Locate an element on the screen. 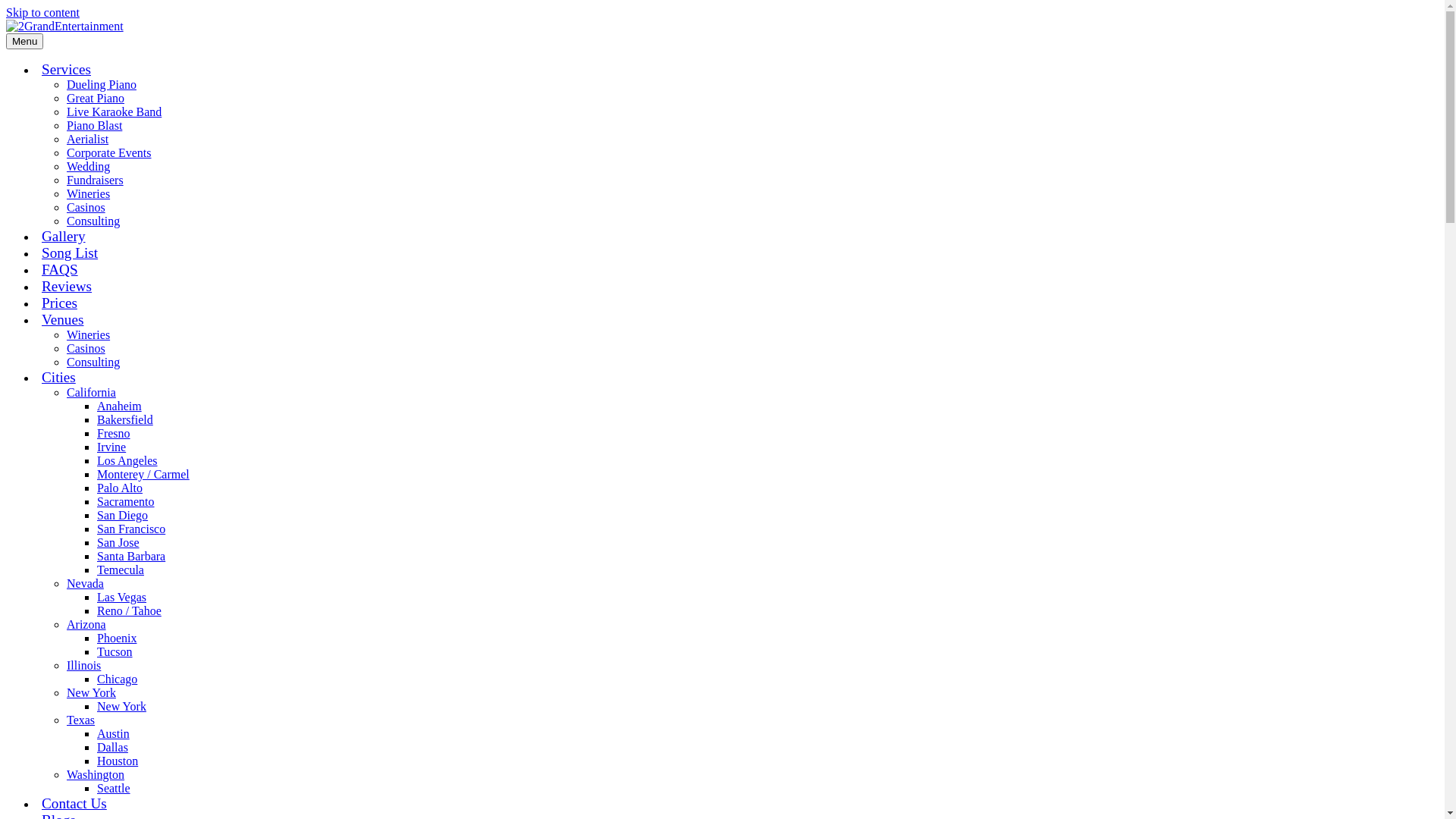 This screenshot has width=1456, height=819. 'Consulting' is located at coordinates (93, 362).